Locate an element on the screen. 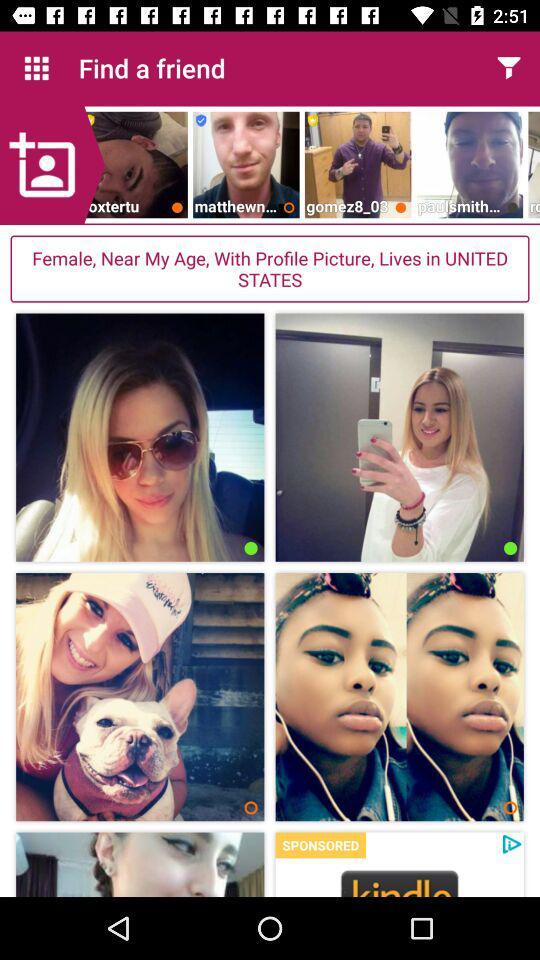  item to the left of the find a friend is located at coordinates (36, 68).